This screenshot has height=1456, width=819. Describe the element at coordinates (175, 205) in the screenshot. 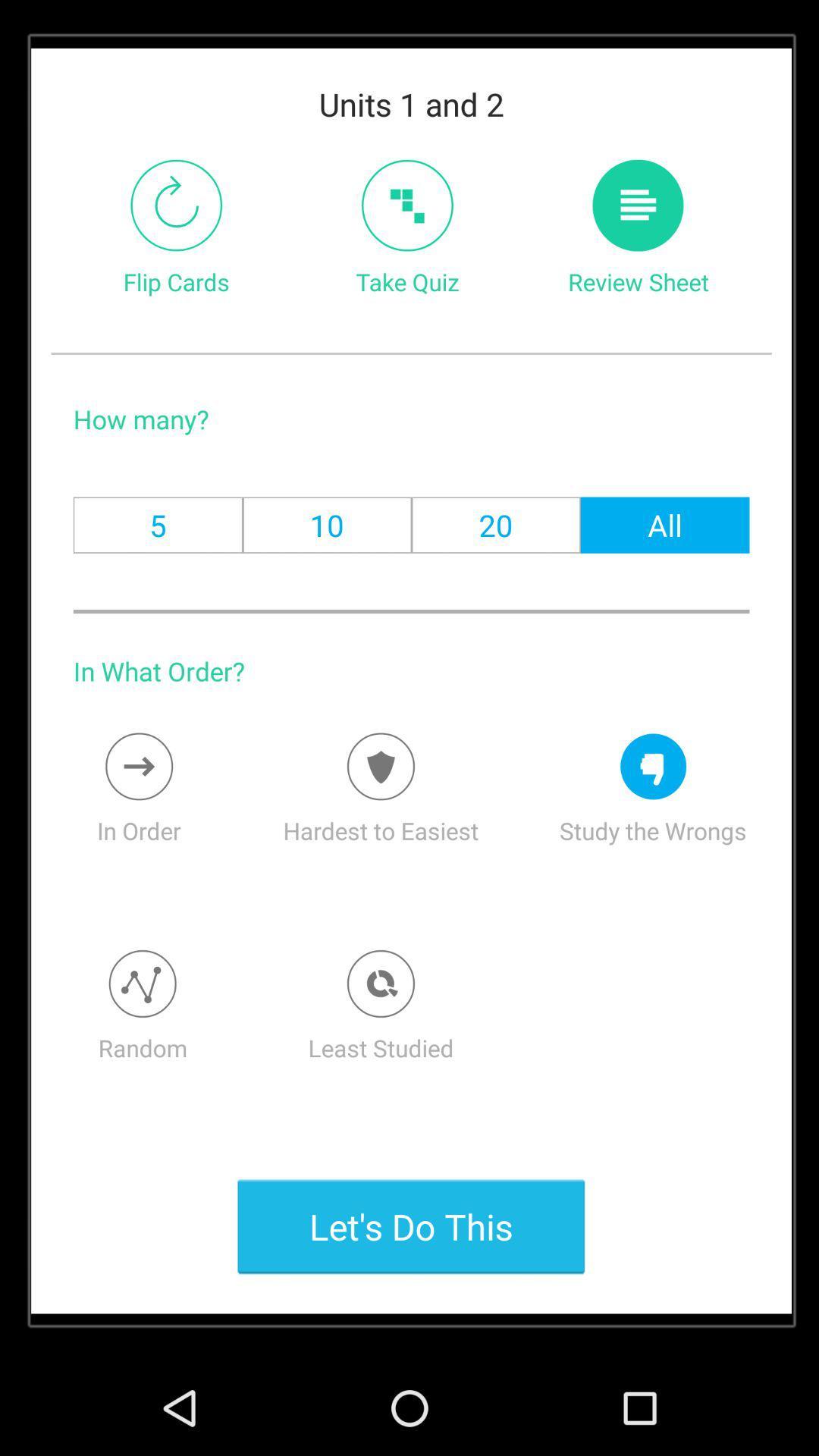

I see `switch autoplay` at that location.